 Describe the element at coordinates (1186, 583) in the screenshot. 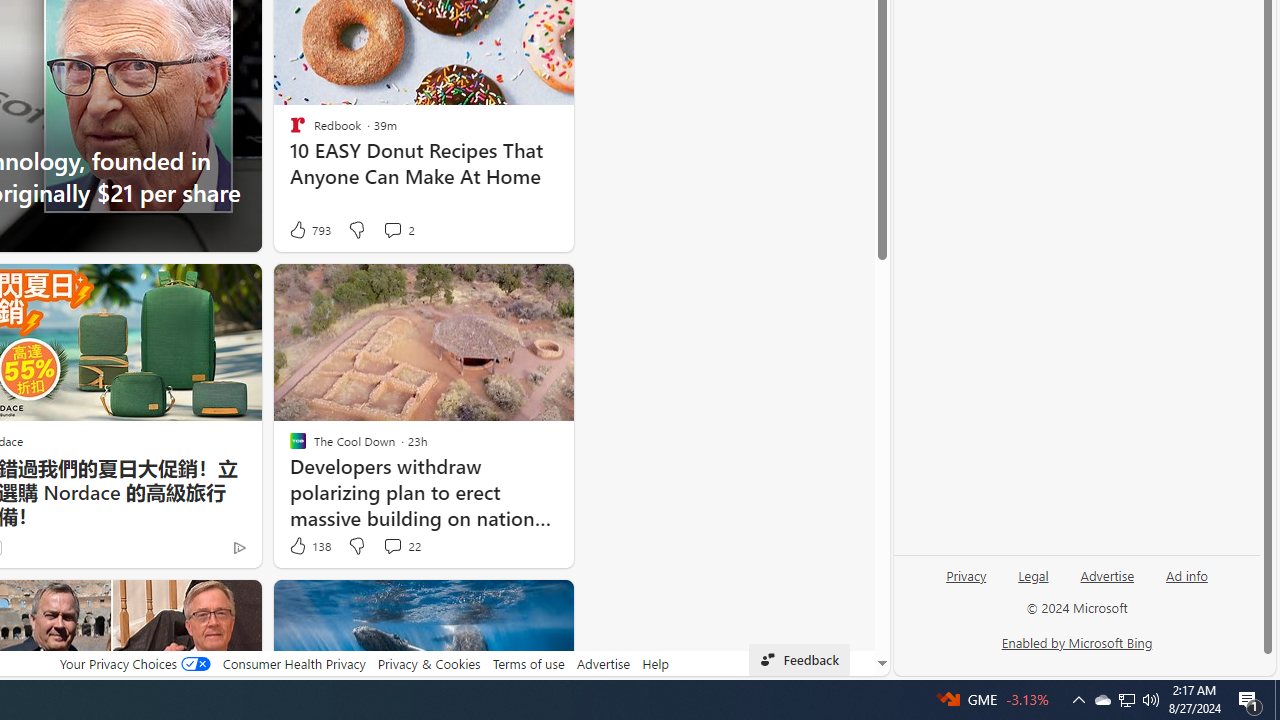

I see `'Ad info'` at that location.